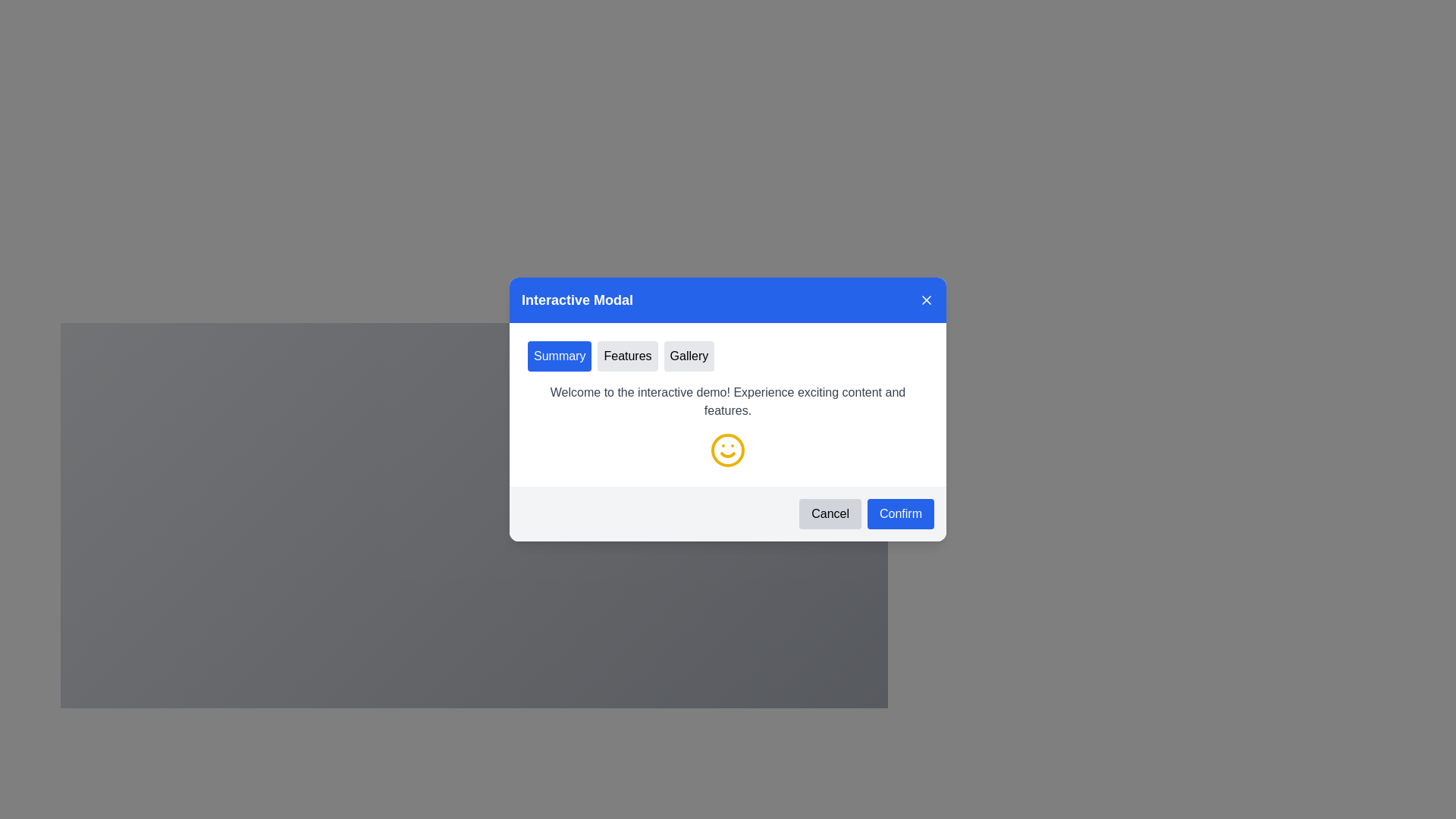 Image resolution: width=1456 pixels, height=819 pixels. Describe the element at coordinates (728, 450) in the screenshot. I see `the yellow smiley face icon located directly underneath the 'Welcome to the interactive demo!' text within the modal dialog` at that location.